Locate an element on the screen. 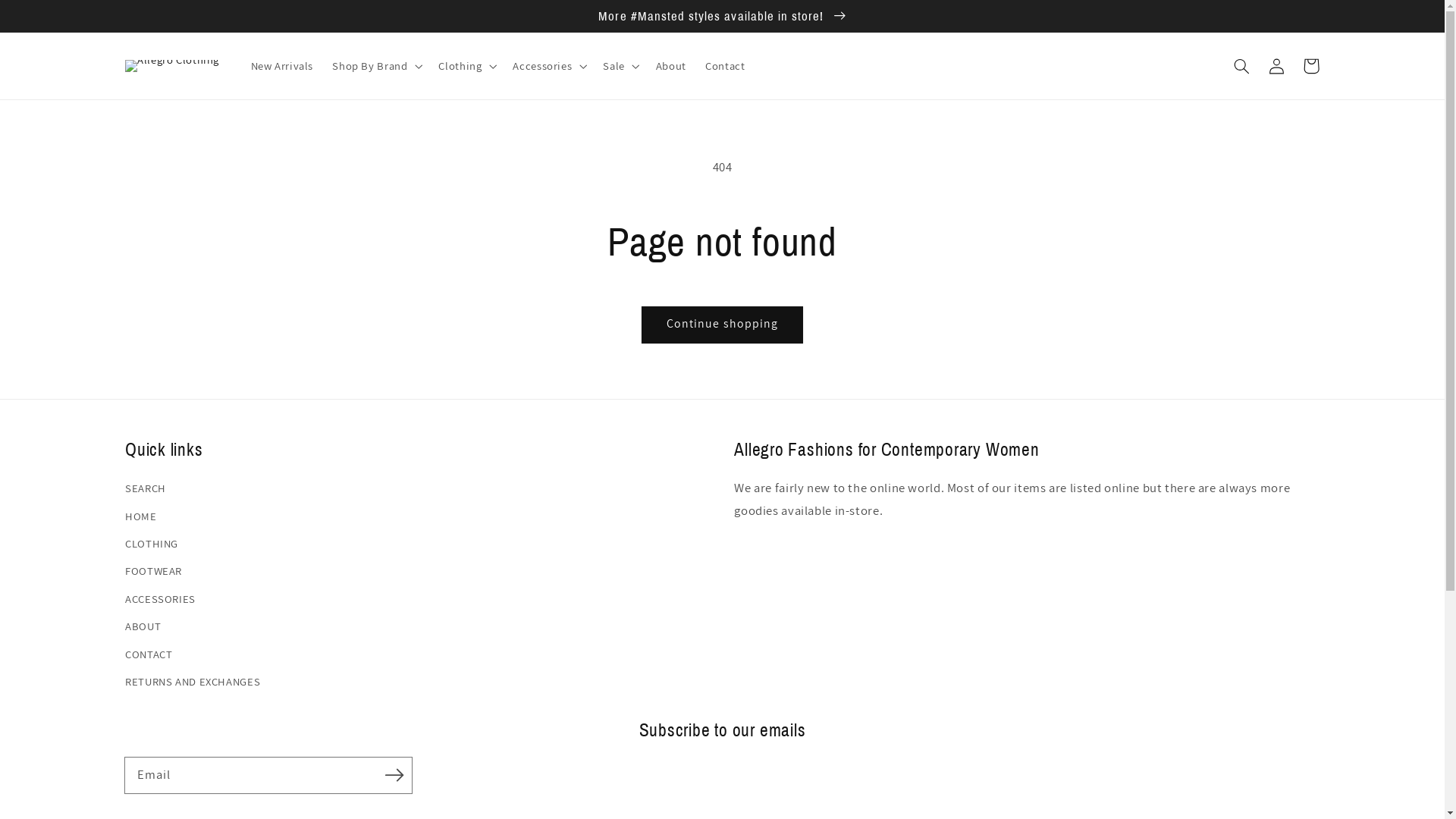  'FOOTWEAR' is located at coordinates (124, 570).